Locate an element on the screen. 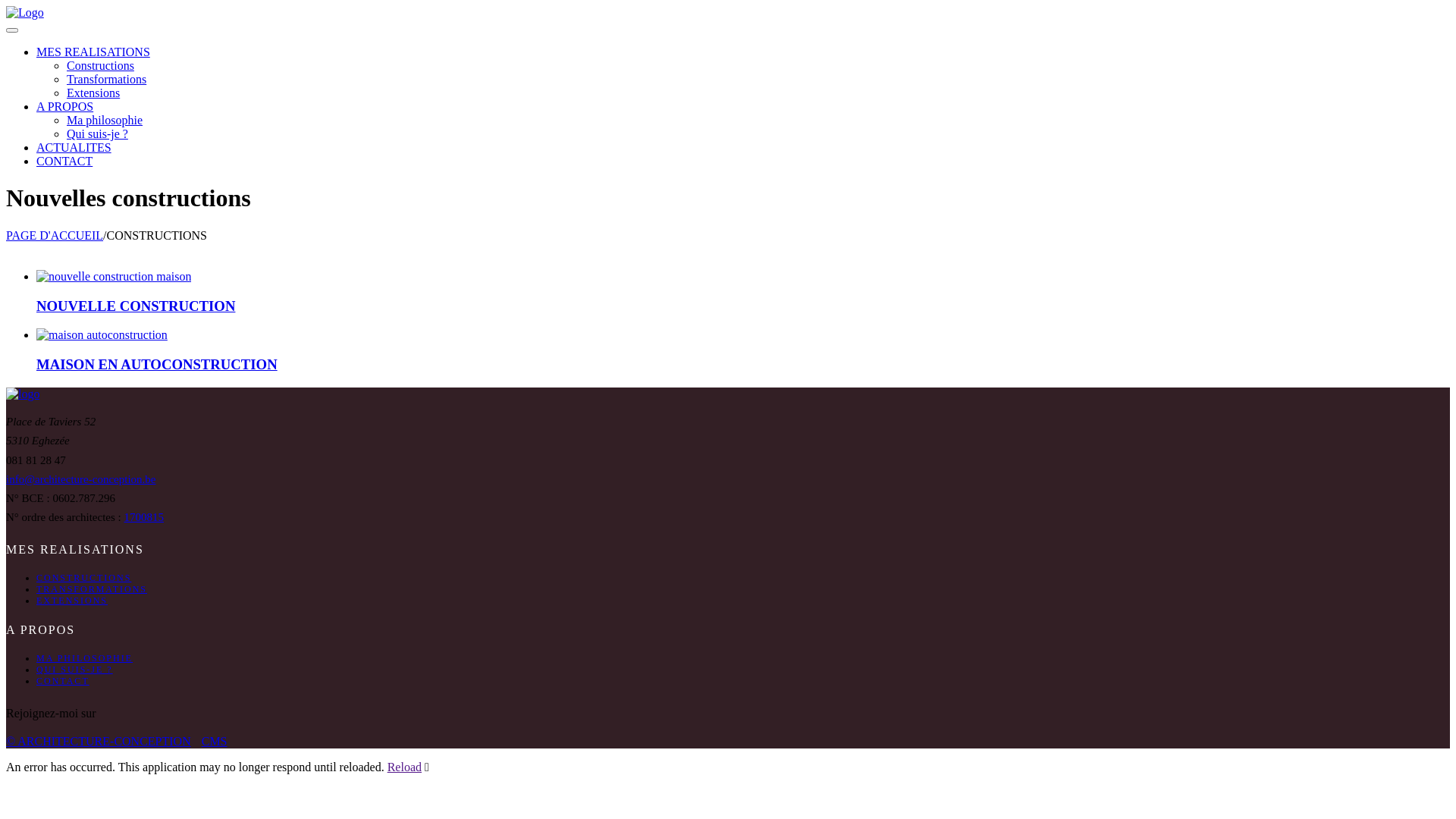  'MAISON EN AUTOCONSTRUCTION' is located at coordinates (156, 364).